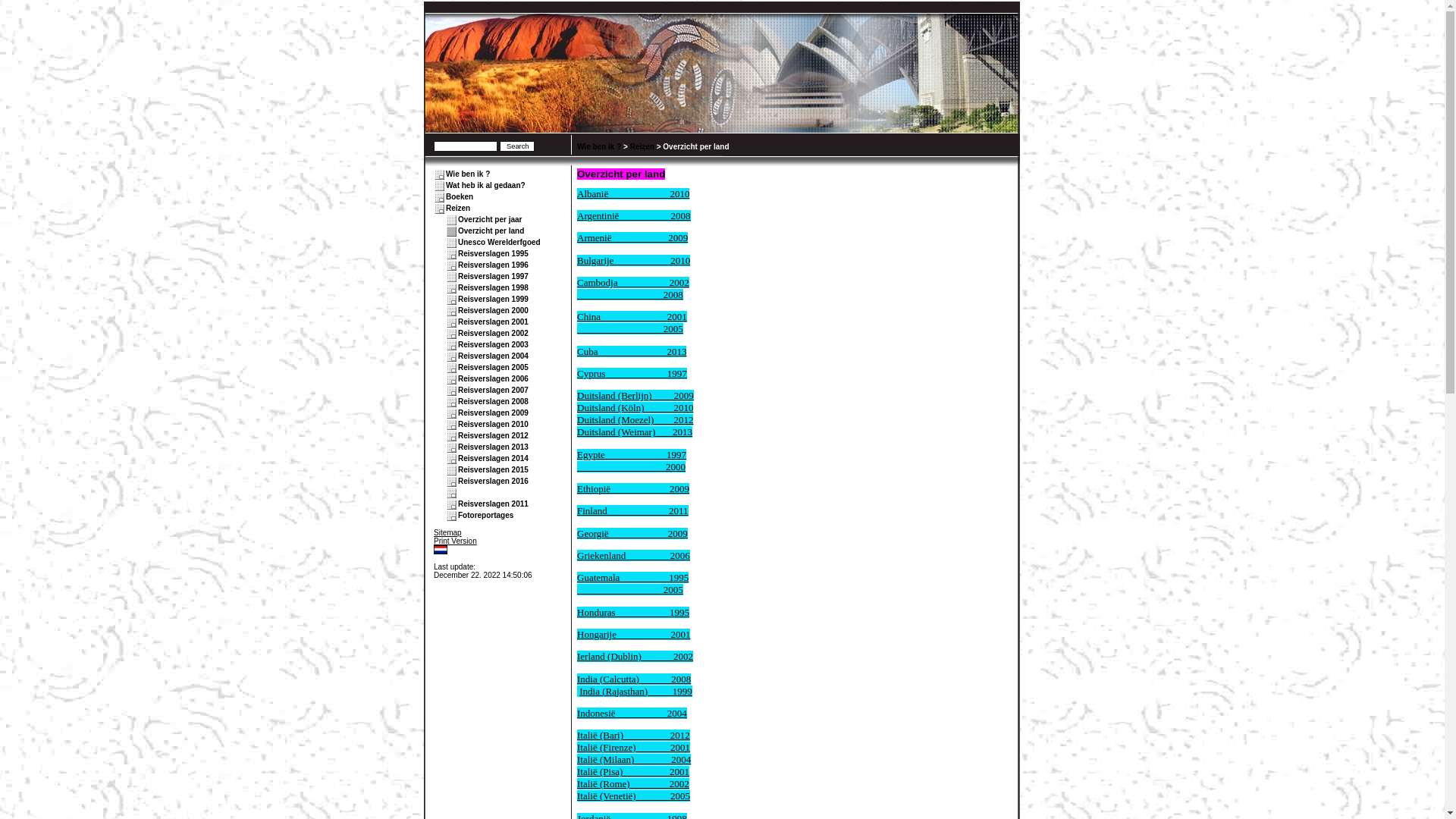 This screenshot has height=819, width=1456. What do you see at coordinates (635, 655) in the screenshot?
I see `'Ierland (Dublin)             2002'` at bounding box center [635, 655].